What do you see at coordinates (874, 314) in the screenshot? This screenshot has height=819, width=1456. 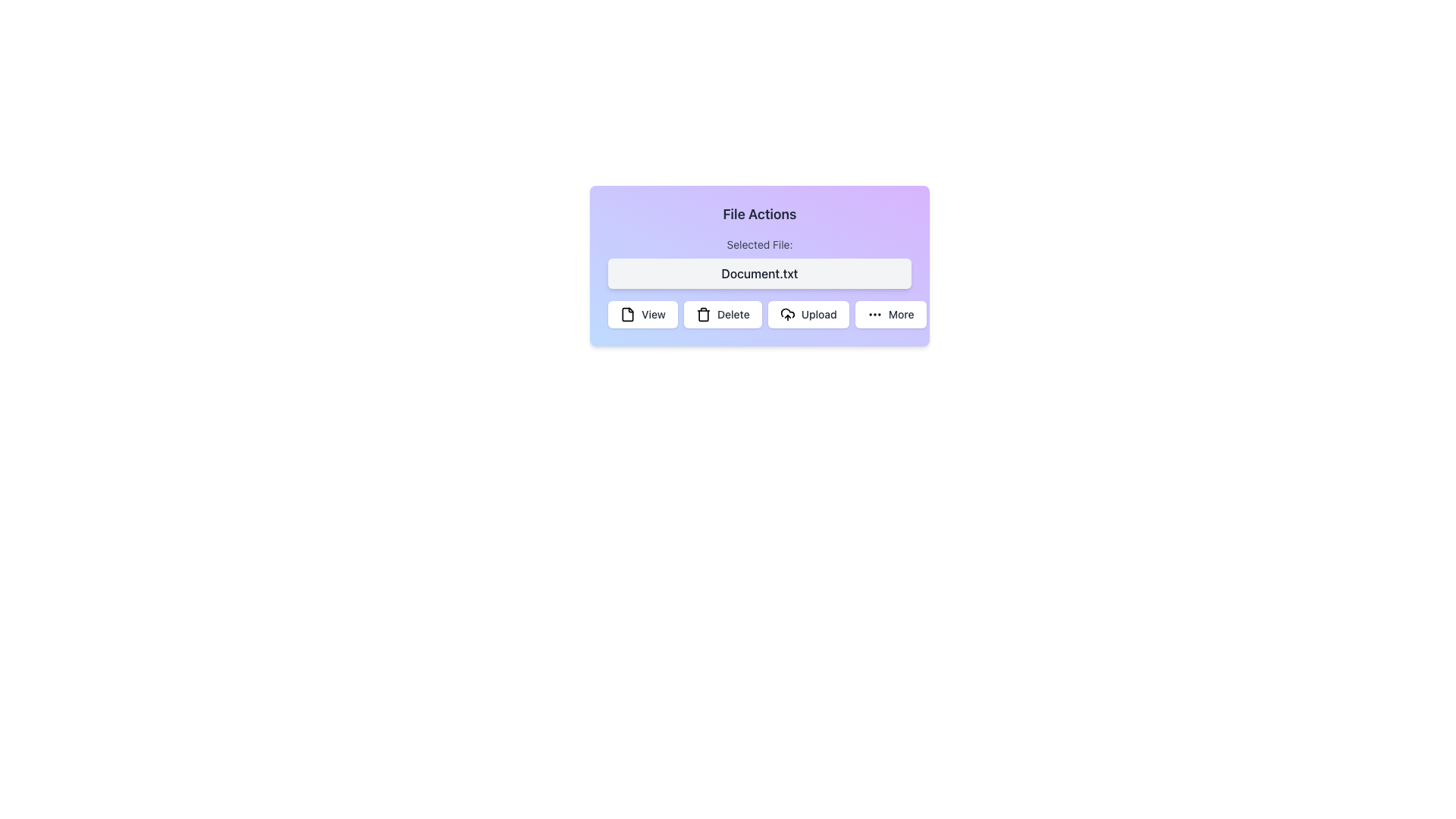 I see `the ellipsis icon located within the 'More' button in the bottom-right corner of the 'File Actions' interface card` at bounding box center [874, 314].